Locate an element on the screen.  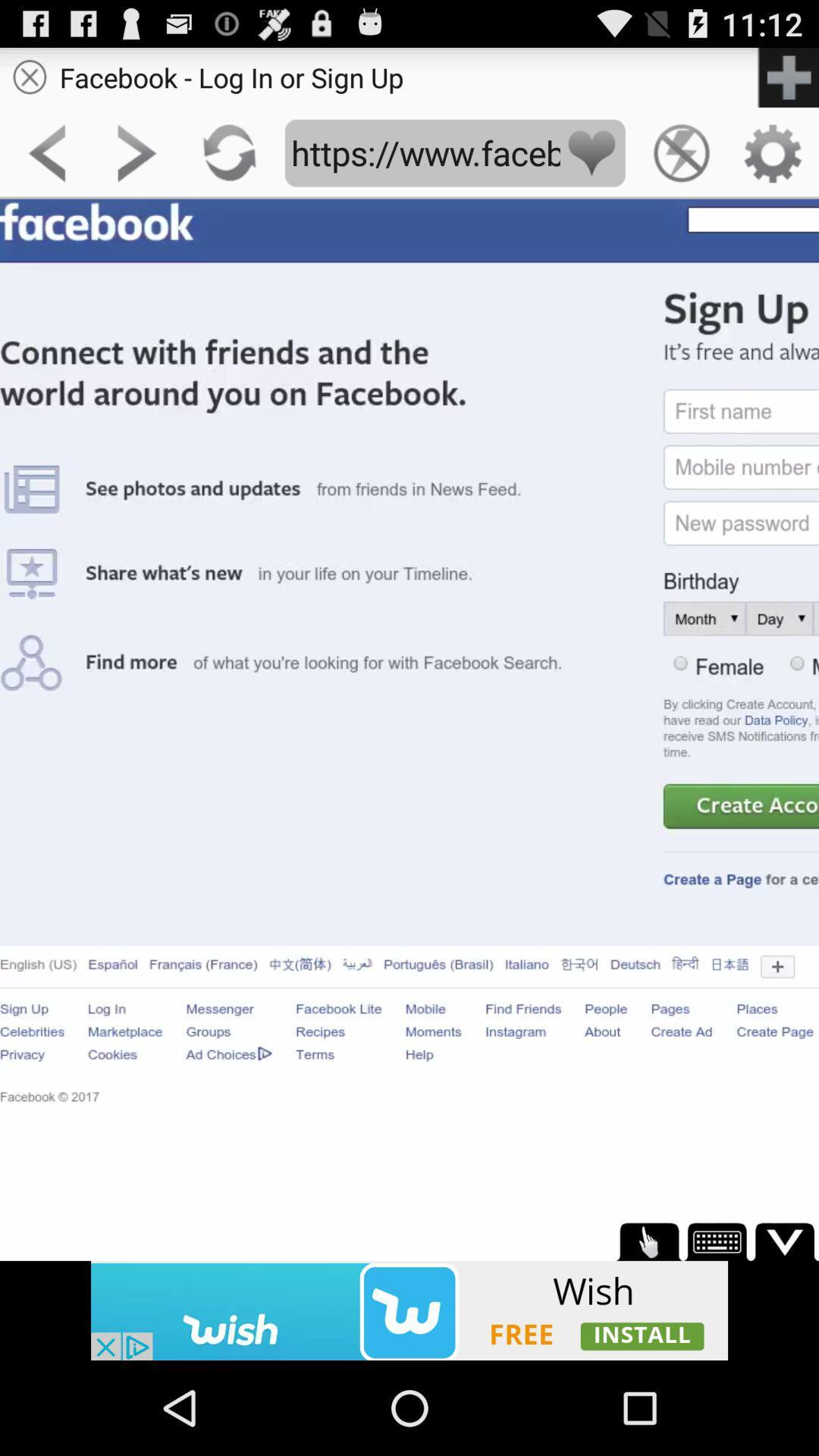
the expand_more icon is located at coordinates (785, 1319).